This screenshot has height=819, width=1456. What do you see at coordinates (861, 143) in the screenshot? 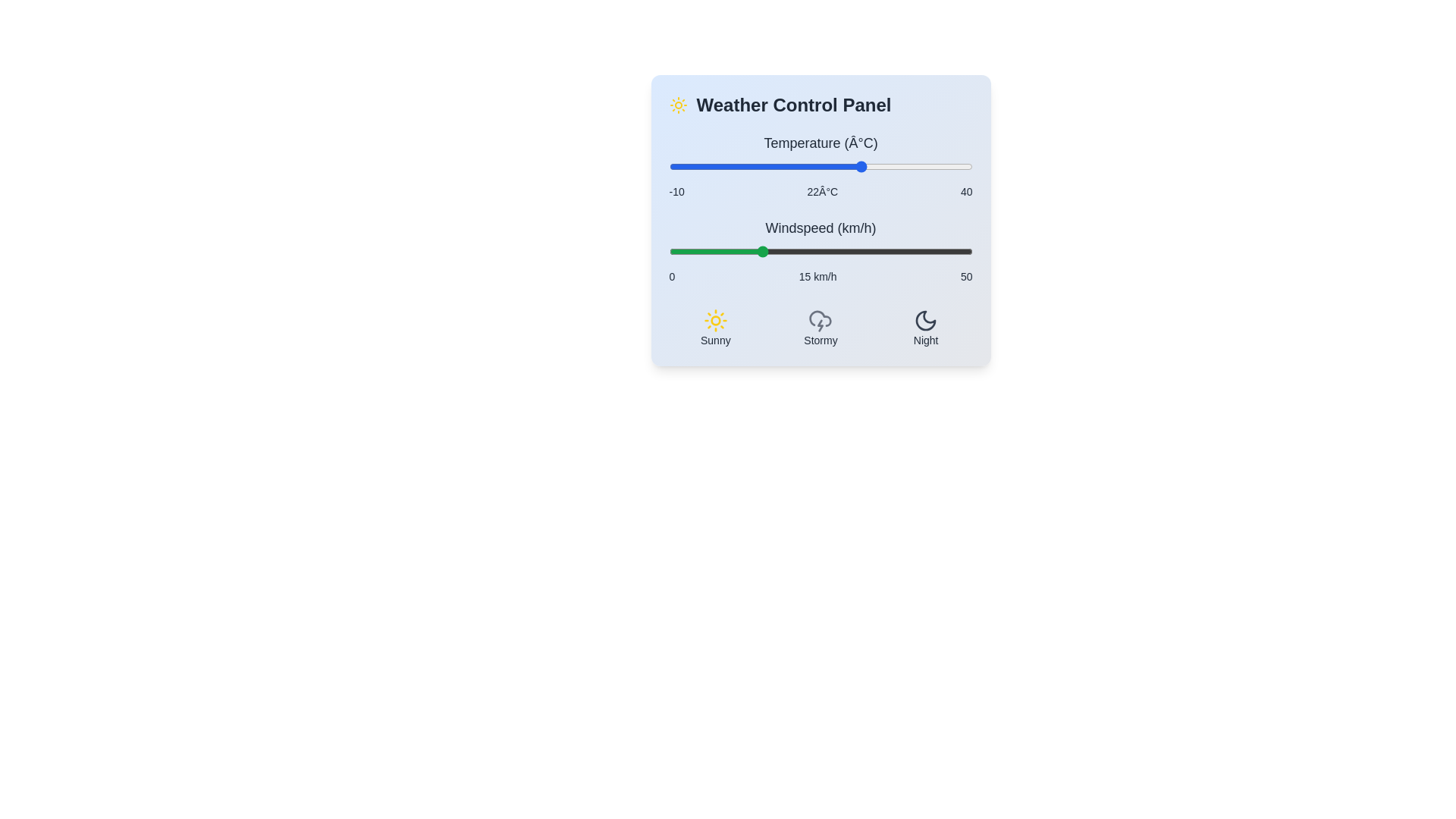
I see `the text label indicating the unit (degrees Celsius) for the temperature settings in the Weather Control Panel, positioned to the right of the 'Temperature' label and inline with the '22' temperature value` at bounding box center [861, 143].